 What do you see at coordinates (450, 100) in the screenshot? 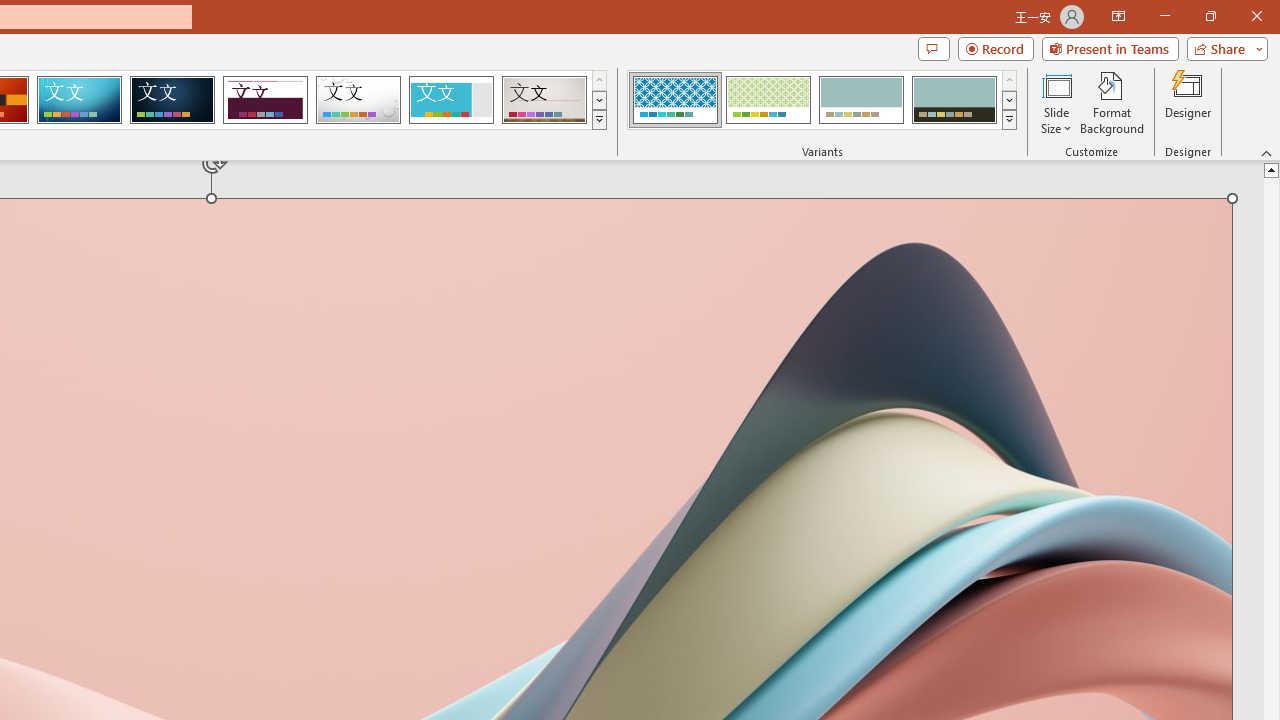
I see `'Frame'` at bounding box center [450, 100].